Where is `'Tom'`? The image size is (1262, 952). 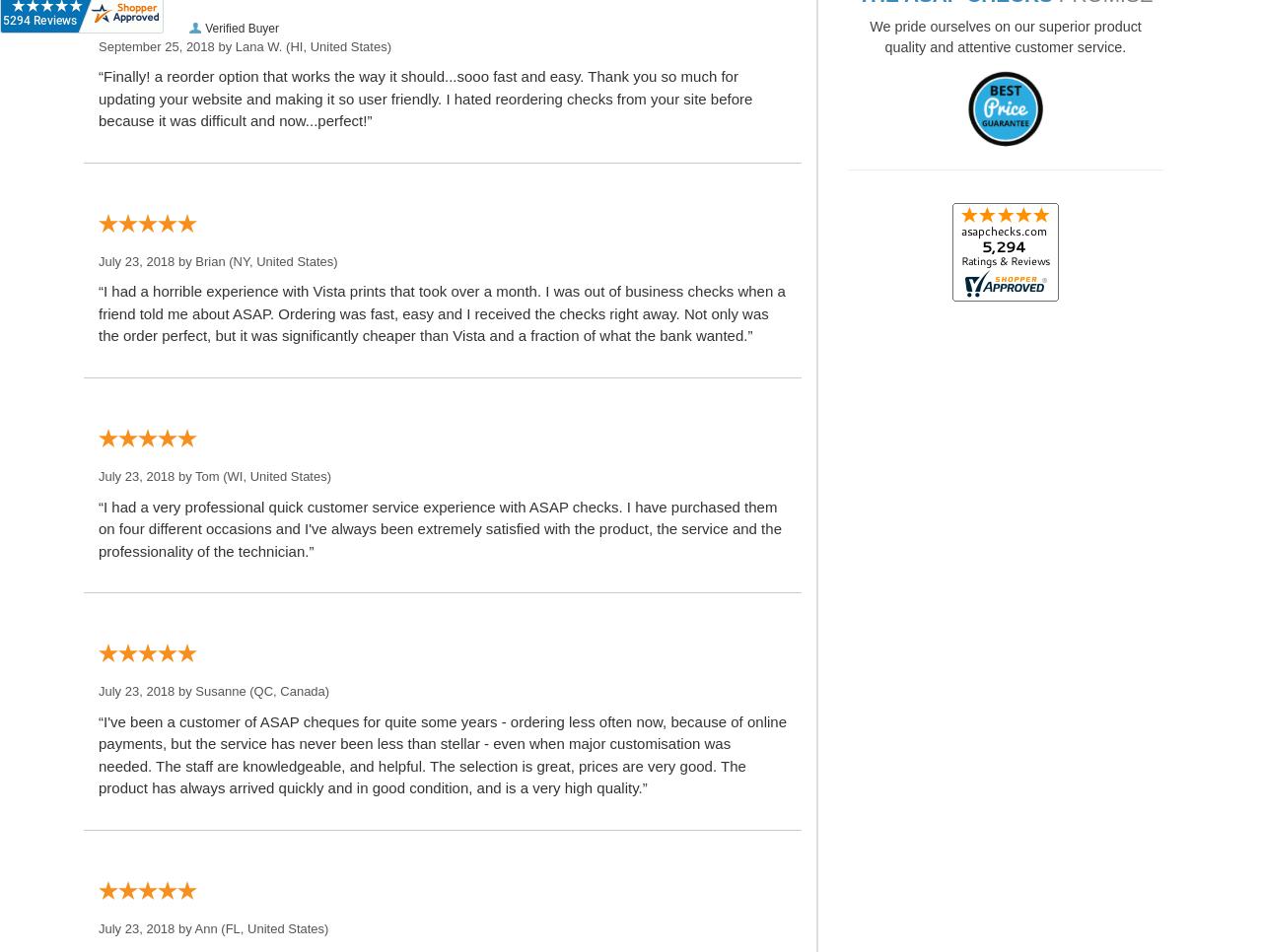
'Tom' is located at coordinates (207, 476).